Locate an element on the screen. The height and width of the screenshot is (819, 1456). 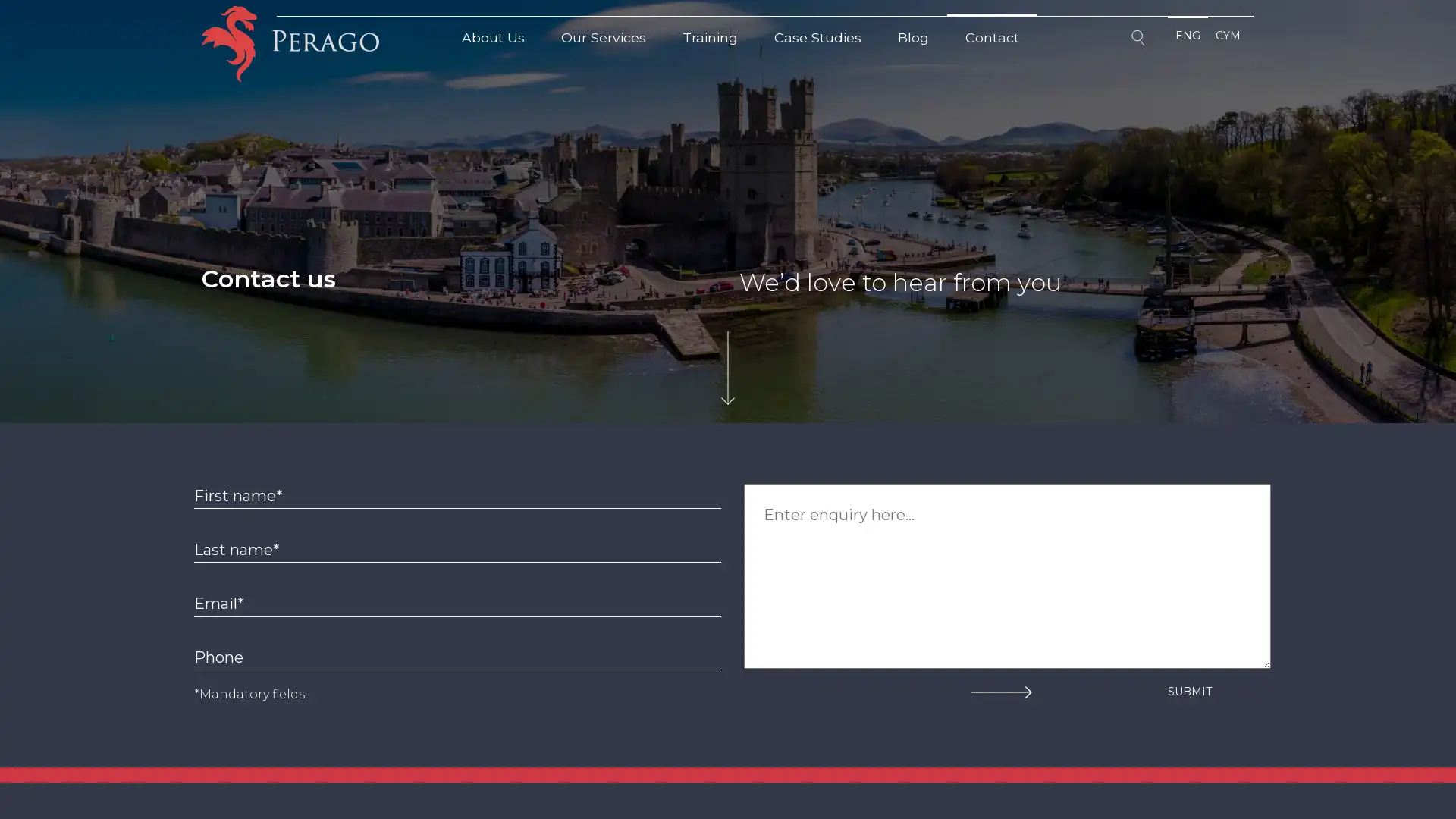
Submit is located at coordinates (1189, 691).